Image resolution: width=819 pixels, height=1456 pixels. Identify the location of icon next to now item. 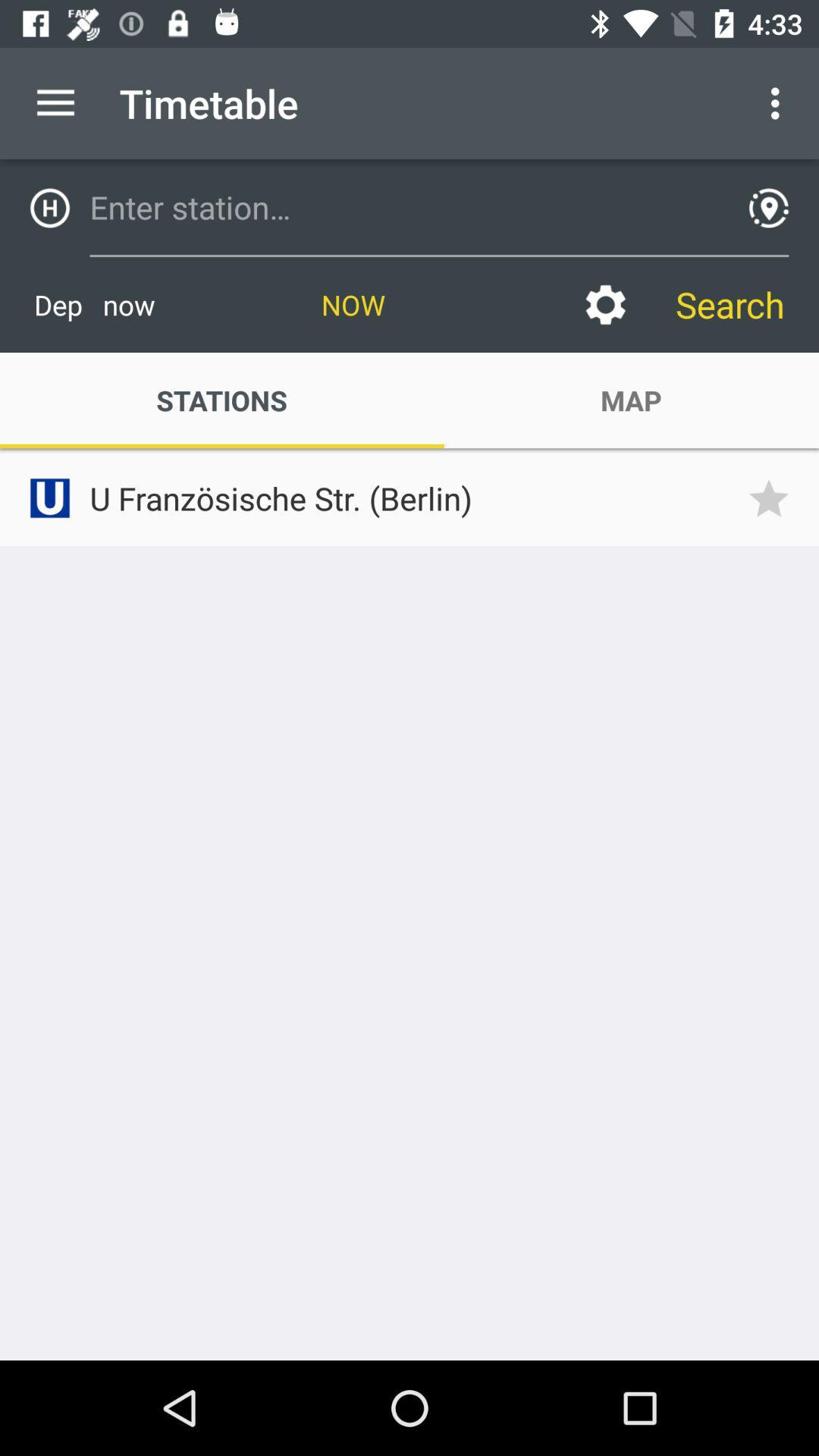
(94, 304).